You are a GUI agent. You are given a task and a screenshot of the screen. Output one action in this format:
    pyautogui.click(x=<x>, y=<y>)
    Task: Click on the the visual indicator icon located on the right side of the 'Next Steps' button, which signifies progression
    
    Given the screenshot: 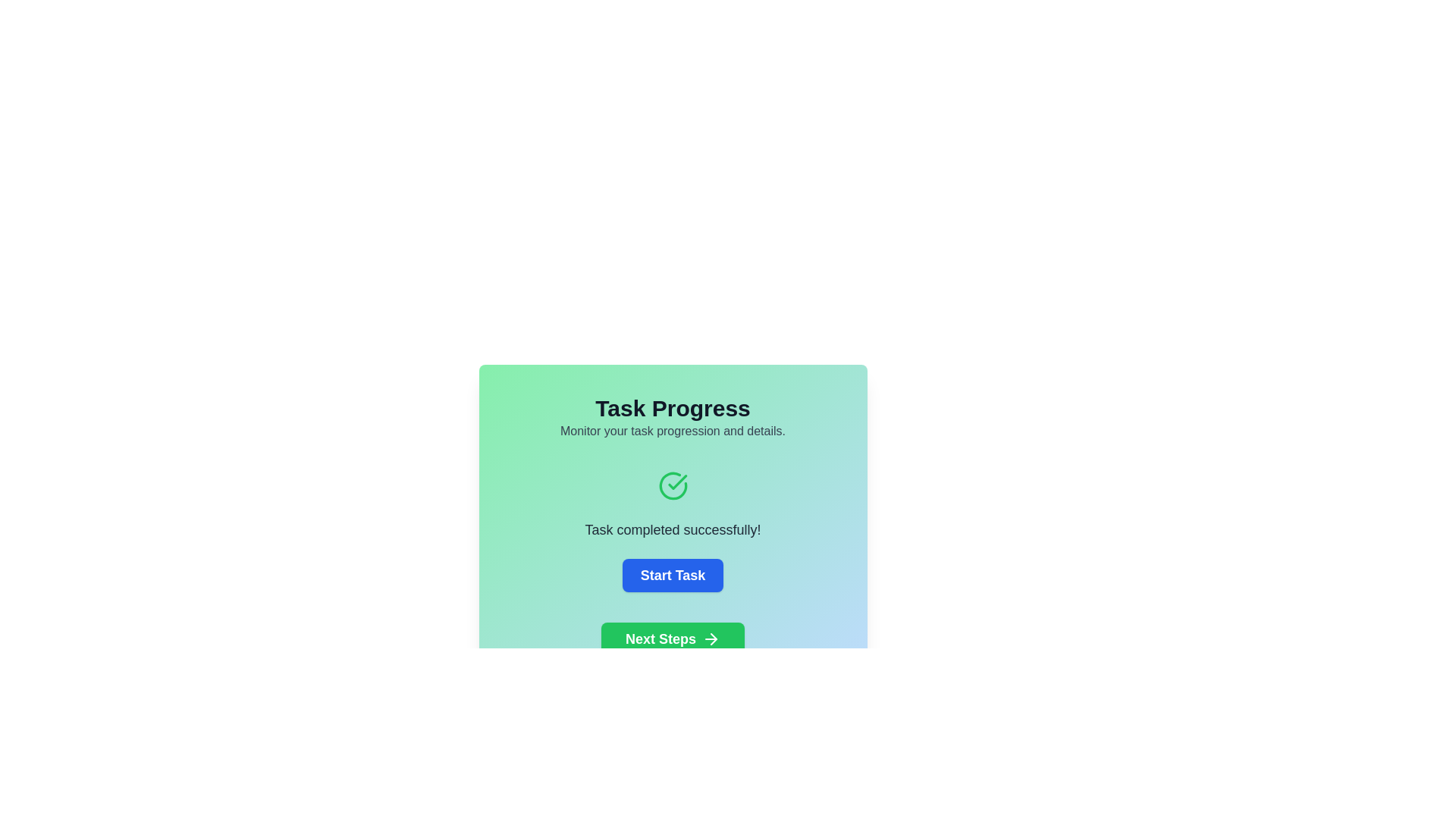 What is the action you would take?
    pyautogui.click(x=711, y=639)
    